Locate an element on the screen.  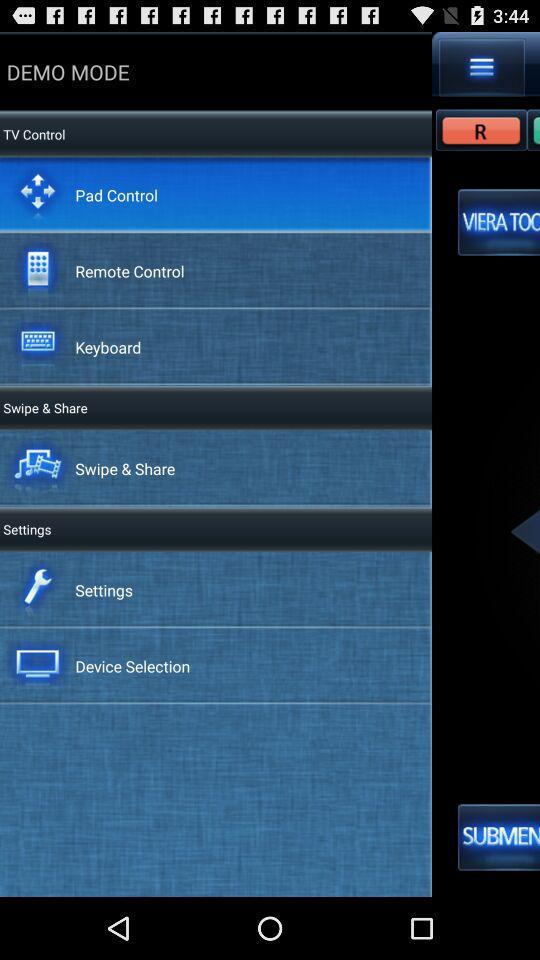
remote control app is located at coordinates (129, 269).